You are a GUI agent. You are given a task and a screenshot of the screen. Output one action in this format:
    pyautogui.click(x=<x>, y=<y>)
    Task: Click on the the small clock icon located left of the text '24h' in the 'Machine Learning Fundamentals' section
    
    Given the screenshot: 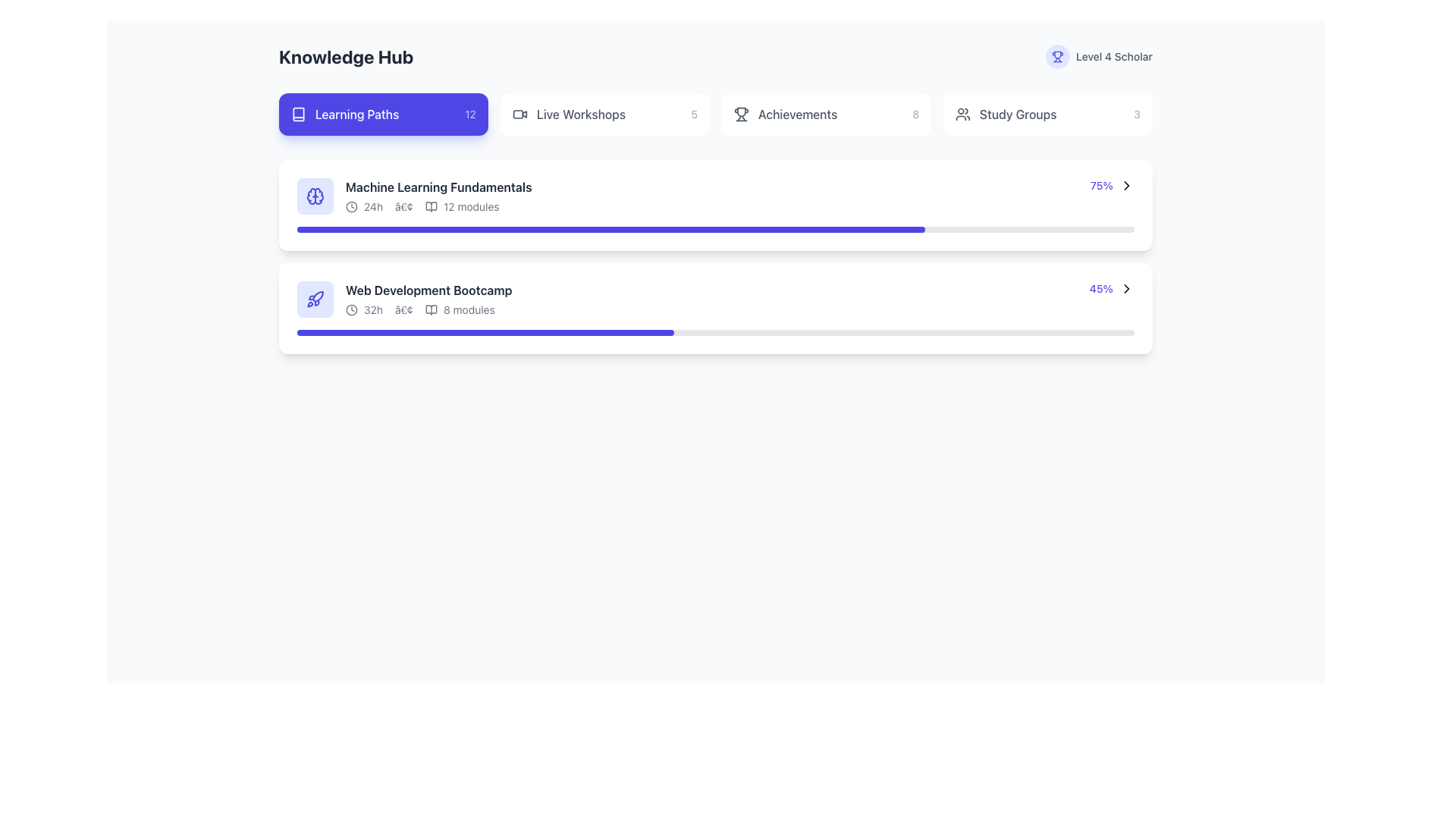 What is the action you would take?
    pyautogui.click(x=351, y=207)
    